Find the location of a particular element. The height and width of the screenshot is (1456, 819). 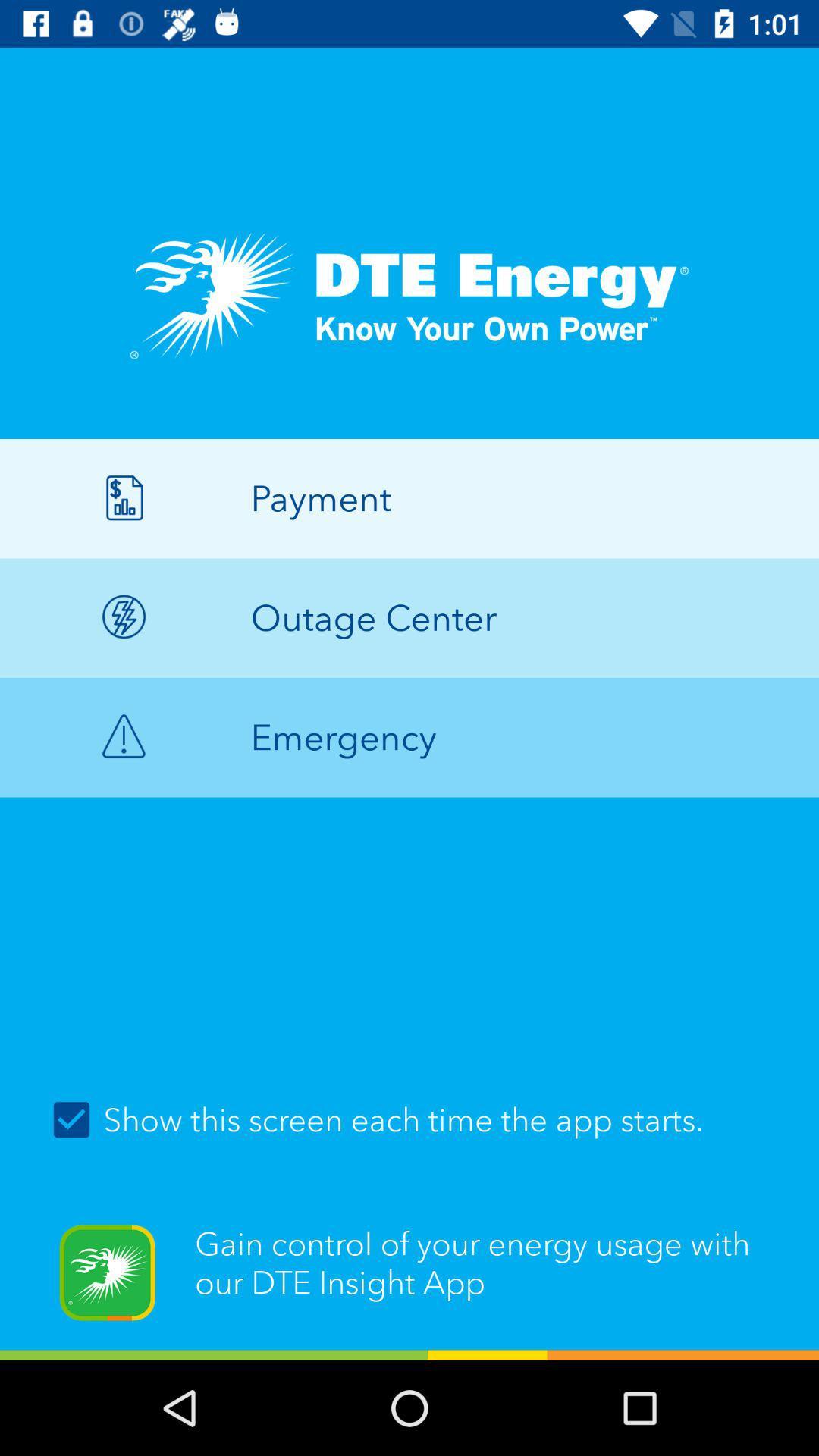

item above gain control of is located at coordinates (409, 1120).